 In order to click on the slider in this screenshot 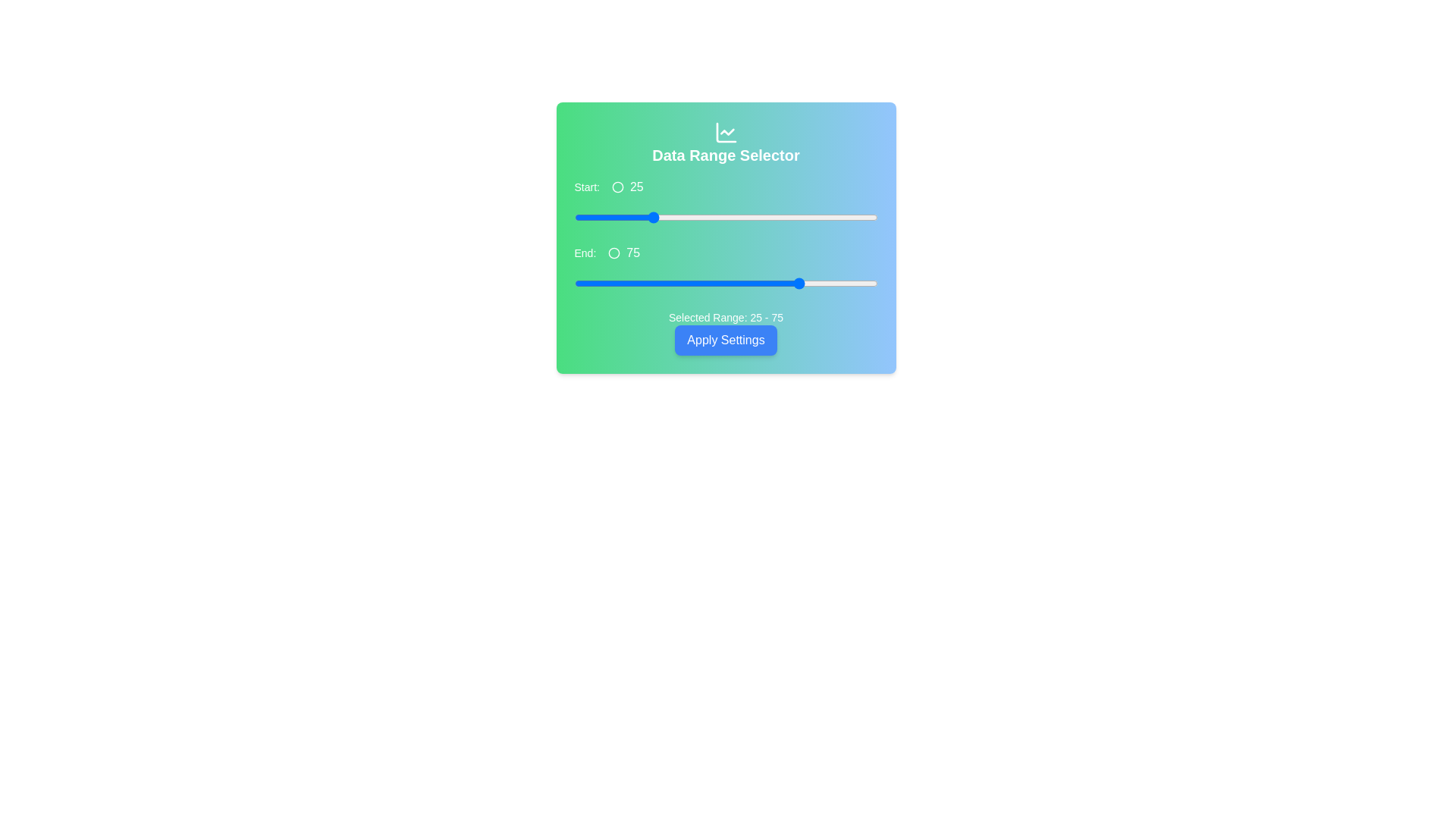, I will do `click(874, 217)`.